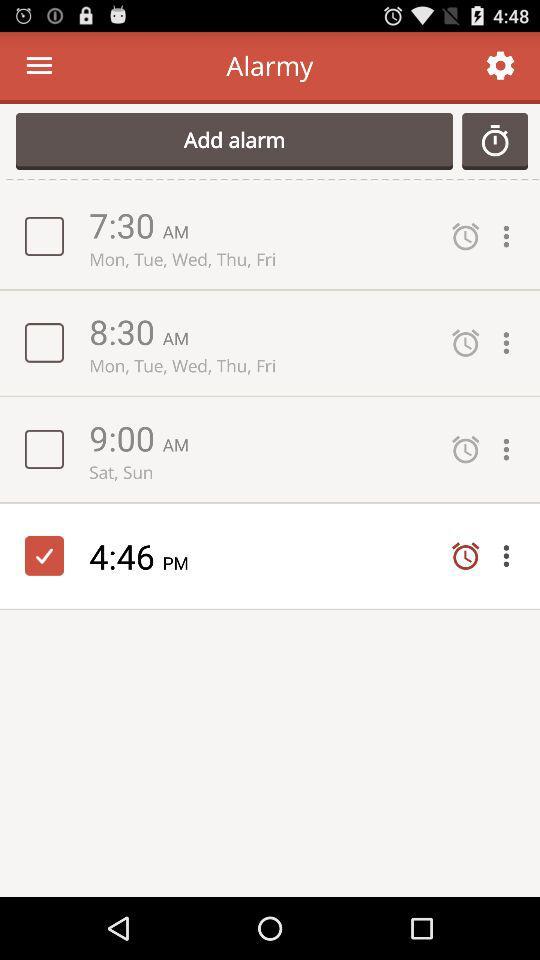  What do you see at coordinates (260, 472) in the screenshot?
I see `the item below 9:00 icon` at bounding box center [260, 472].